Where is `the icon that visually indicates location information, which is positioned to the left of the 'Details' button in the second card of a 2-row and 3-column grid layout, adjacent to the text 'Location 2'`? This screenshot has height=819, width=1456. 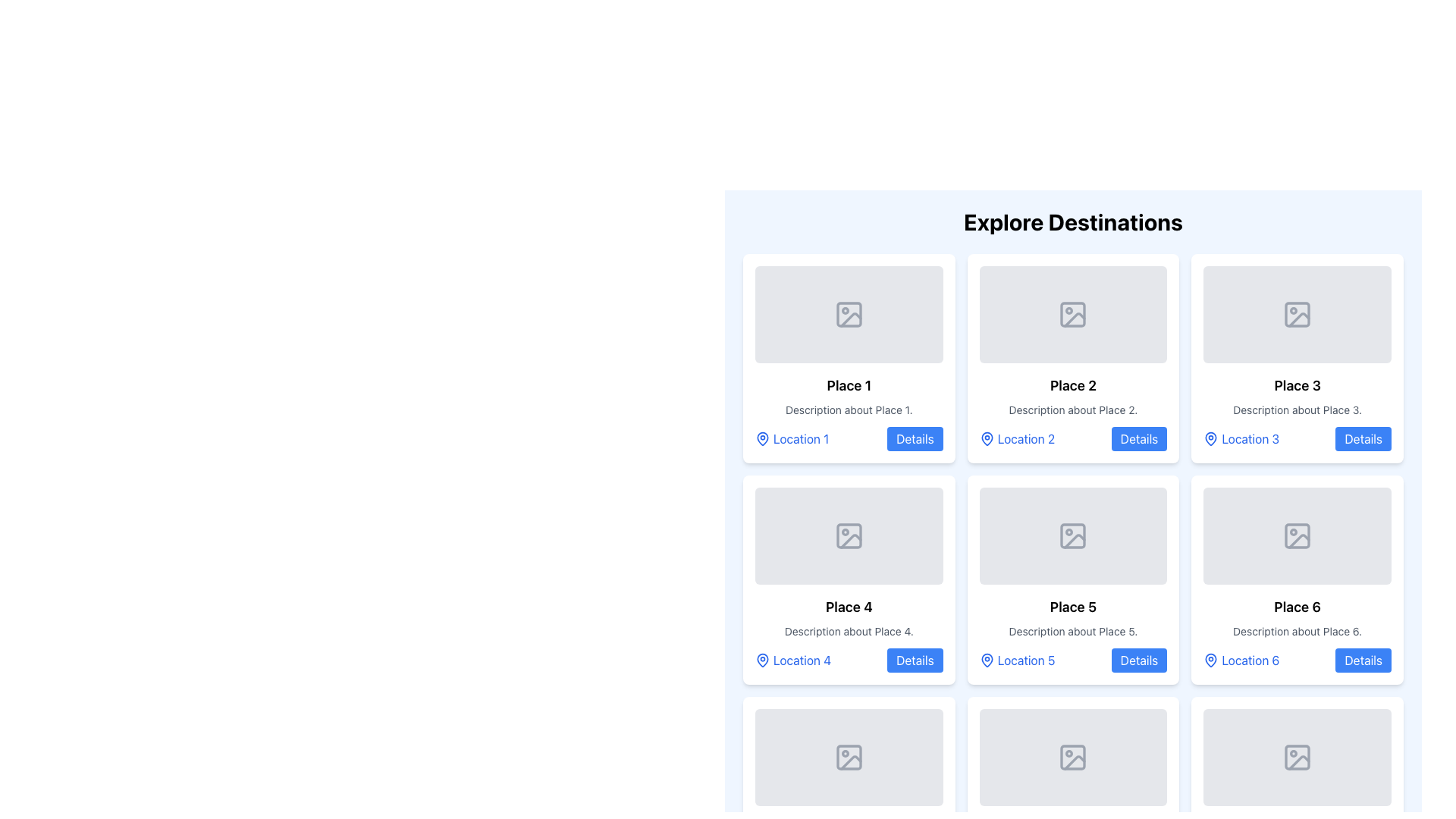
the icon that visually indicates location information, which is positioned to the left of the 'Details' button in the second card of a 2-row and 3-column grid layout, adjacent to the text 'Location 2' is located at coordinates (987, 438).